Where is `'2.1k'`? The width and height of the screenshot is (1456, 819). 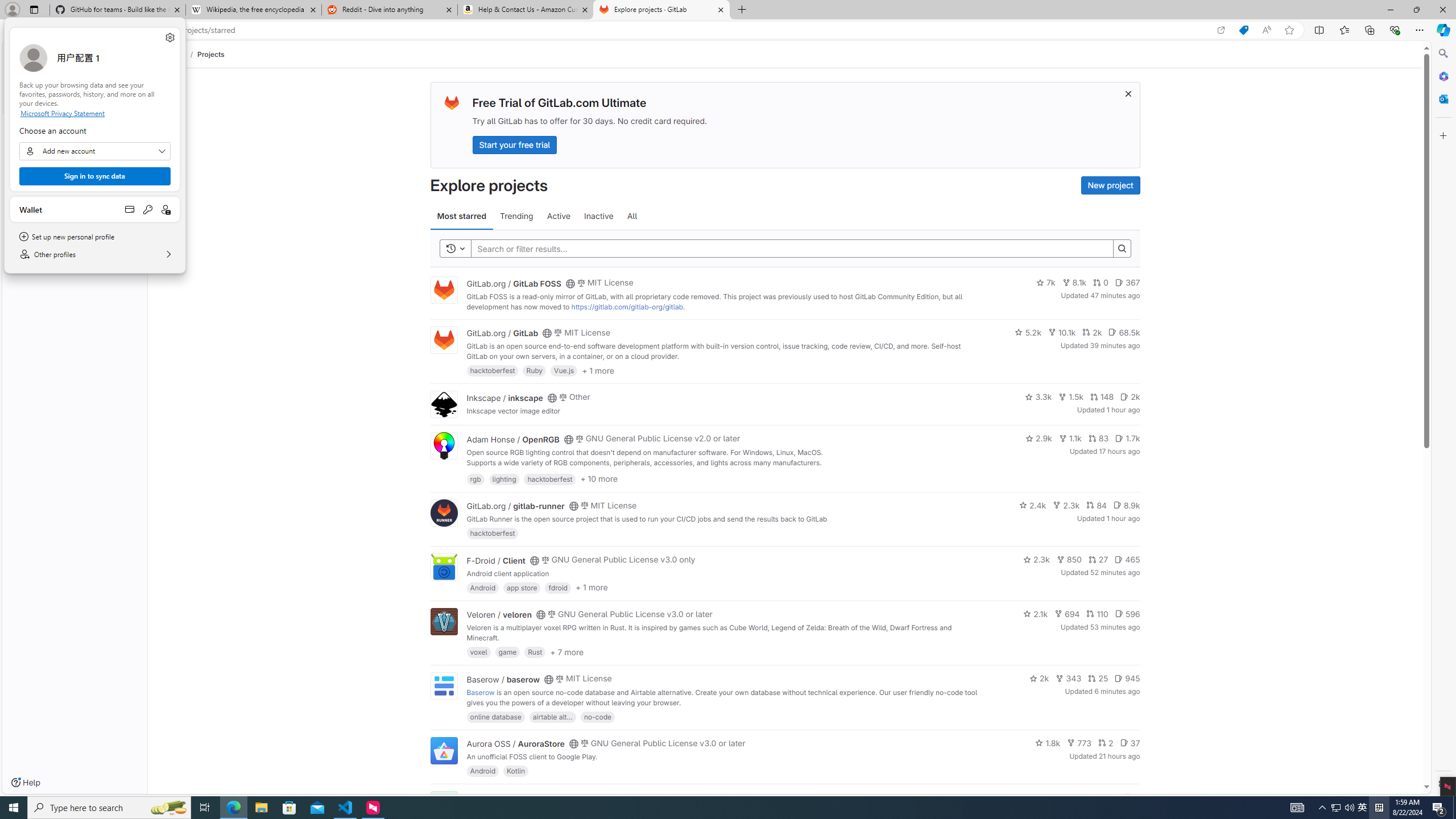
'2.1k' is located at coordinates (1036, 614).